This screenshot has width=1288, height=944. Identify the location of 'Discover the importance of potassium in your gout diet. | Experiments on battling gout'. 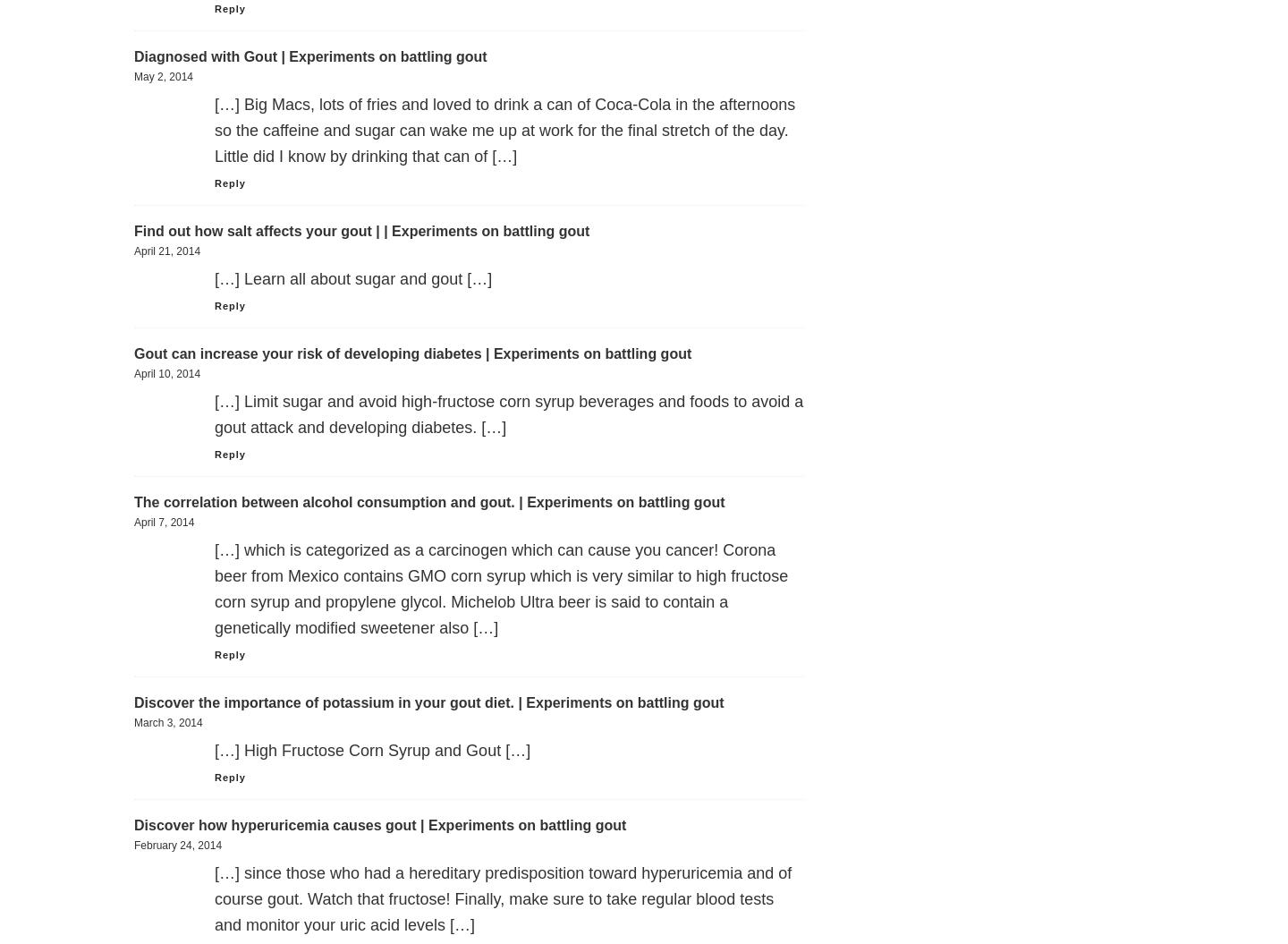
(133, 702).